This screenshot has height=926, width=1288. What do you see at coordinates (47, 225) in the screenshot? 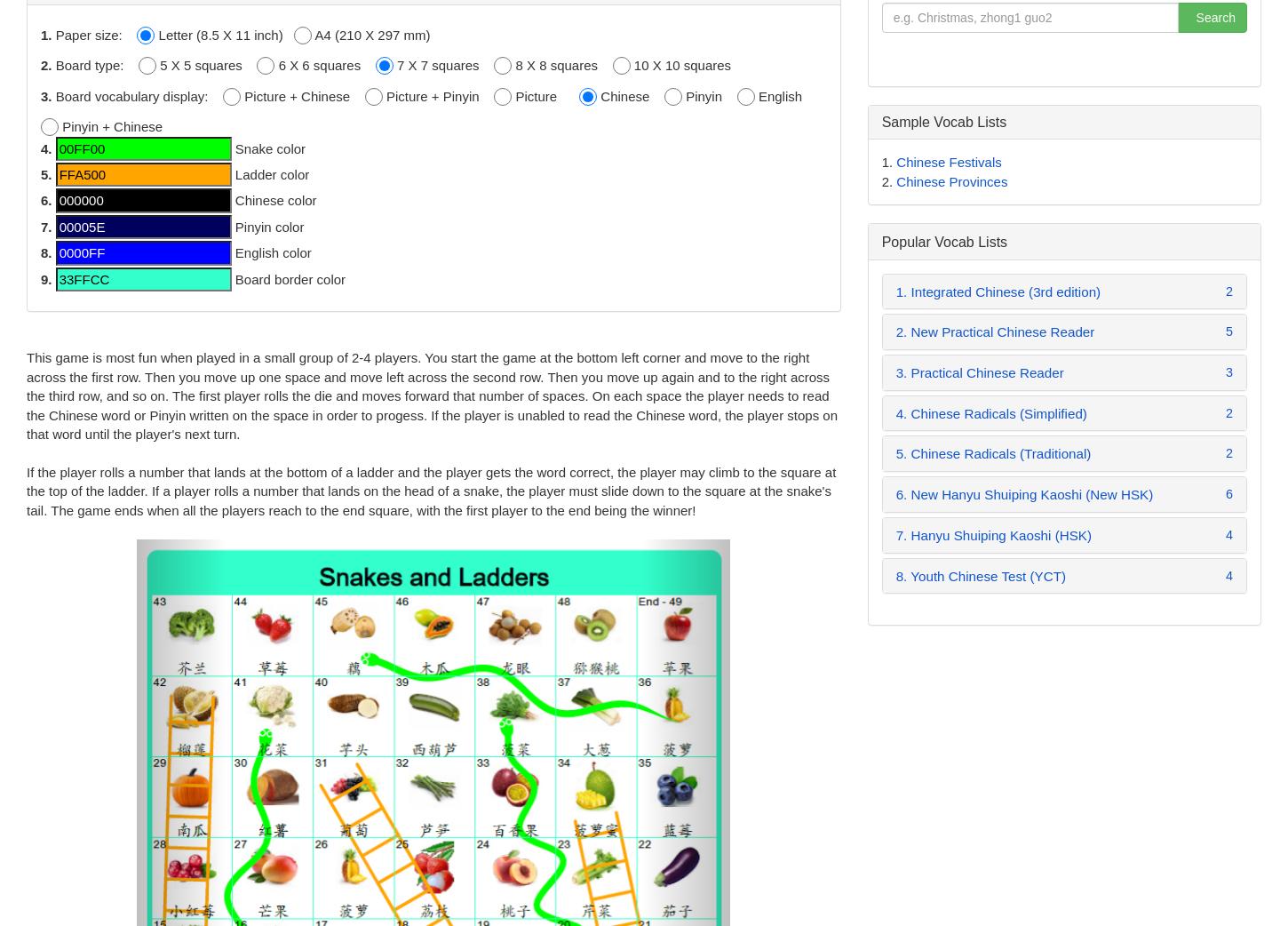
I see `'7.'` at bounding box center [47, 225].